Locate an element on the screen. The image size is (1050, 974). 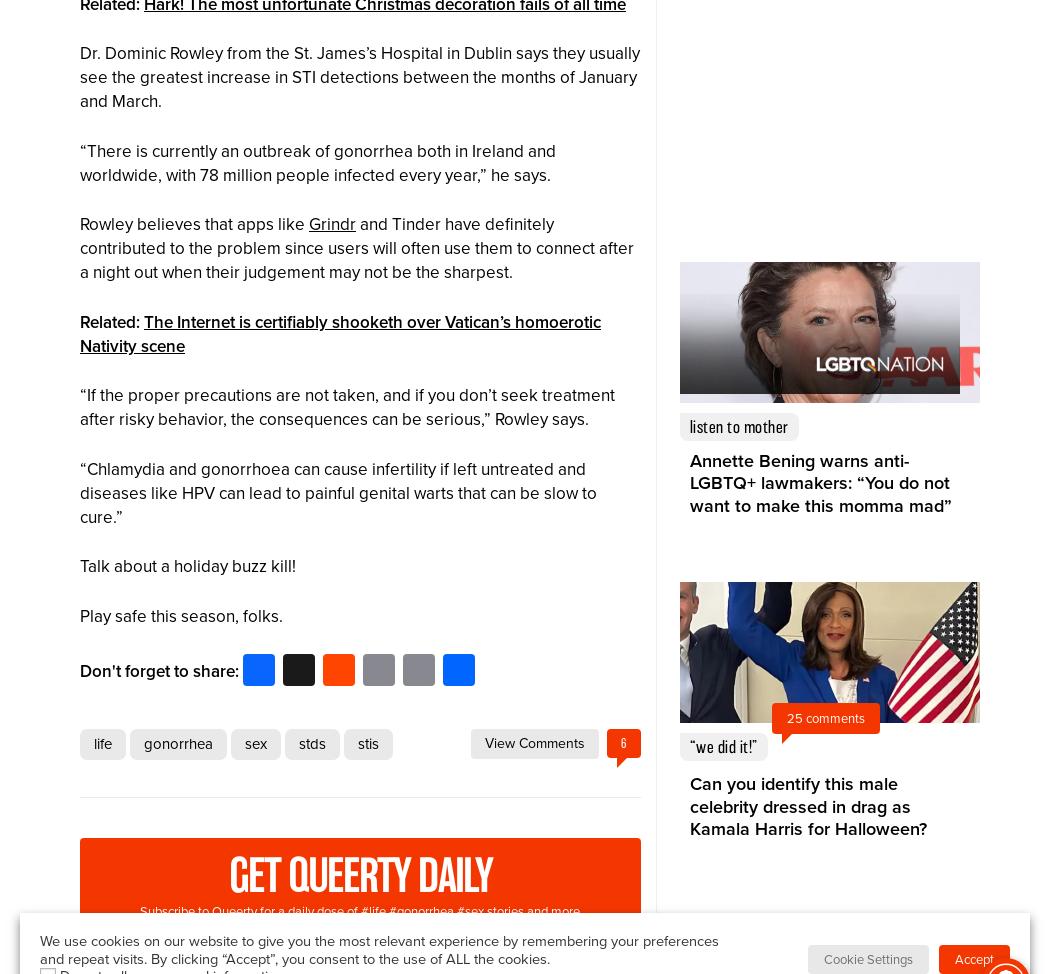
'Don't forget to share:' is located at coordinates (80, 670).